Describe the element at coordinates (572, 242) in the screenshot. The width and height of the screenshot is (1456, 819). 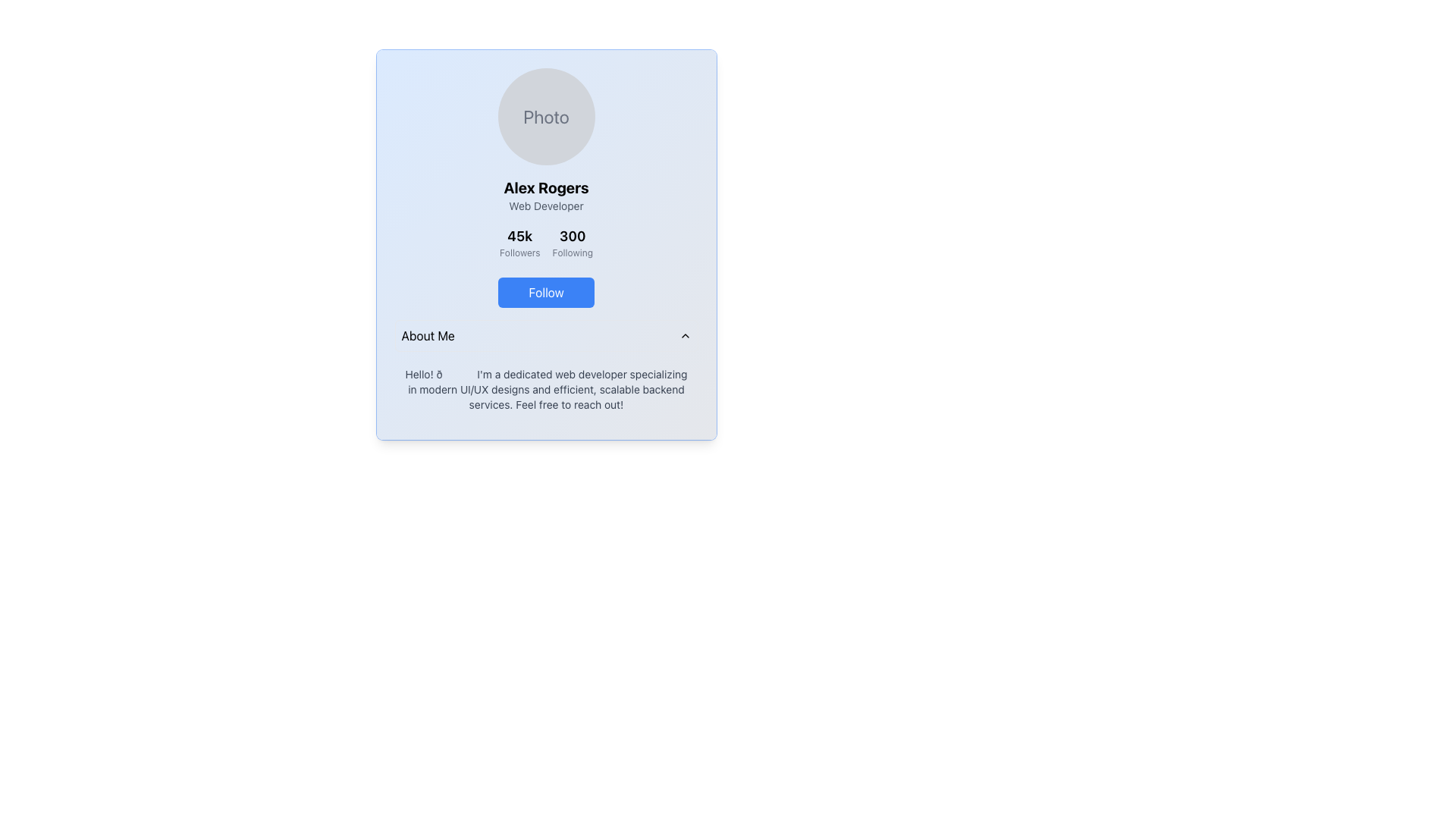
I see `the 'Following' text display element that shows '300', located to the right of the '45k Followers' element` at that location.